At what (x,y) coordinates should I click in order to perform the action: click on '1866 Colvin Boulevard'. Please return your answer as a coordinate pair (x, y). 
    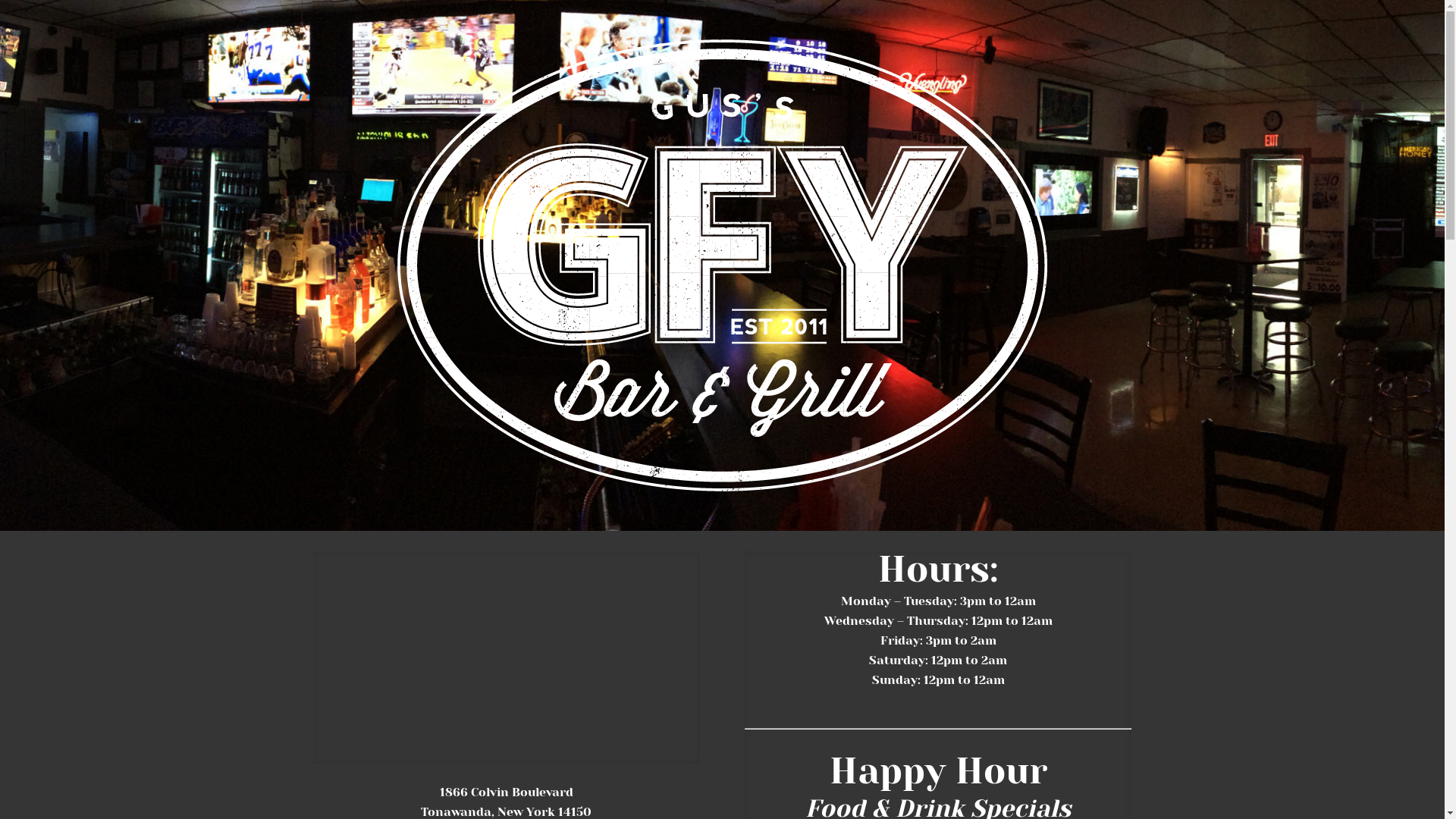
    Looking at the image, I should click on (506, 791).